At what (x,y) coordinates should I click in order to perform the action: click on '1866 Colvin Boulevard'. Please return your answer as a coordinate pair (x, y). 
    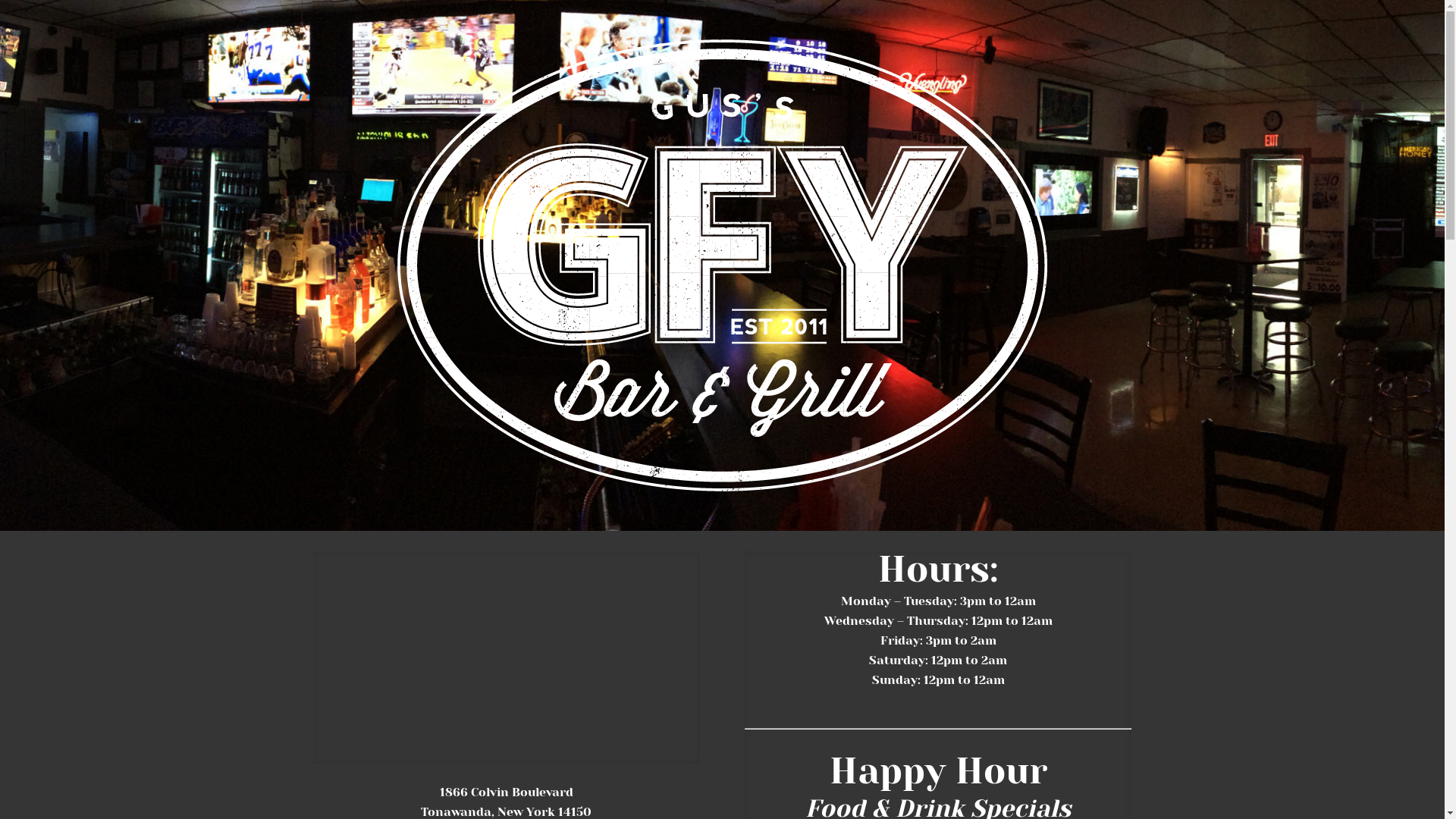
    Looking at the image, I should click on (506, 791).